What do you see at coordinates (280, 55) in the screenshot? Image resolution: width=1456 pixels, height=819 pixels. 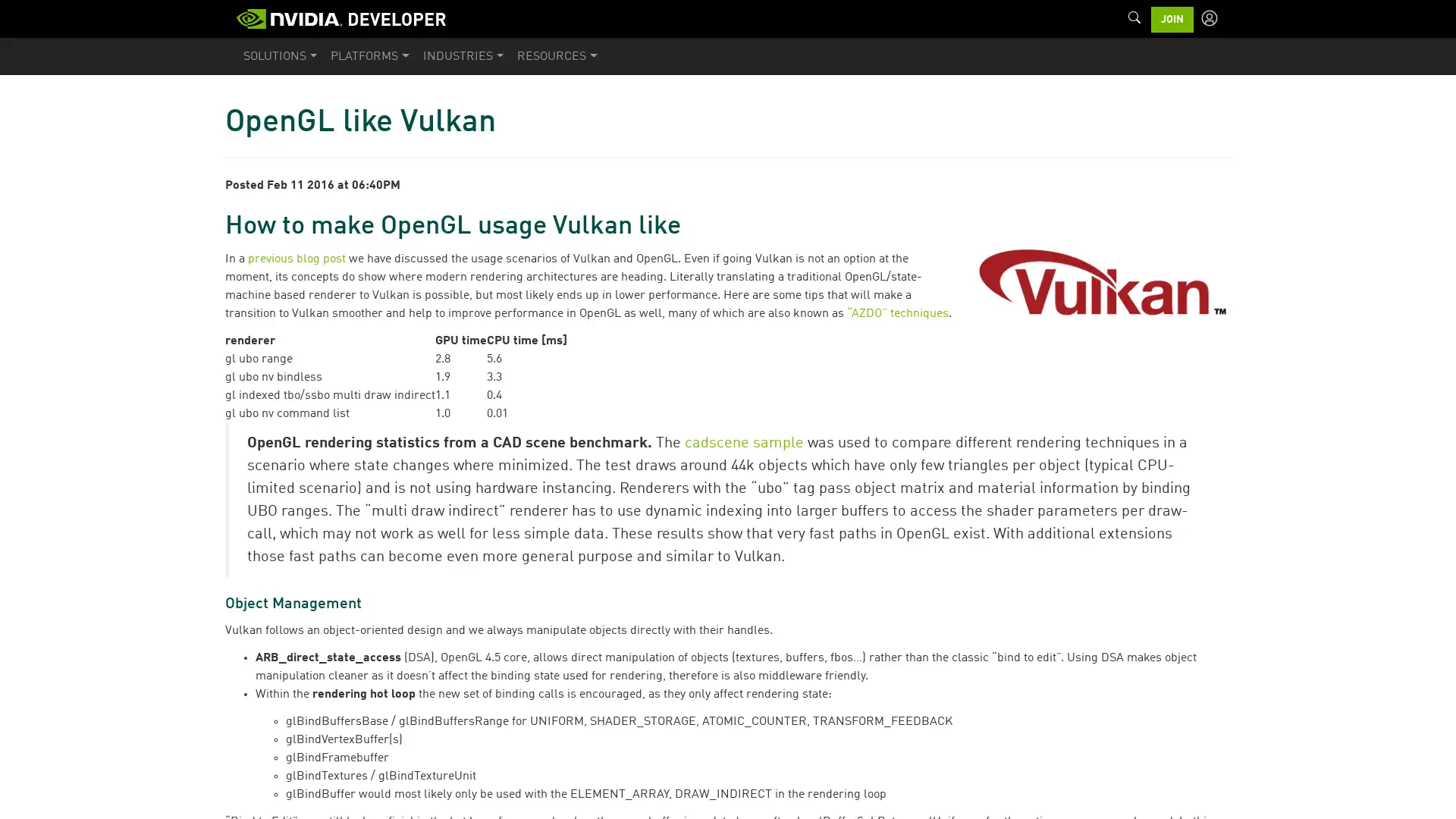 I see `SOLUTIONS` at bounding box center [280, 55].